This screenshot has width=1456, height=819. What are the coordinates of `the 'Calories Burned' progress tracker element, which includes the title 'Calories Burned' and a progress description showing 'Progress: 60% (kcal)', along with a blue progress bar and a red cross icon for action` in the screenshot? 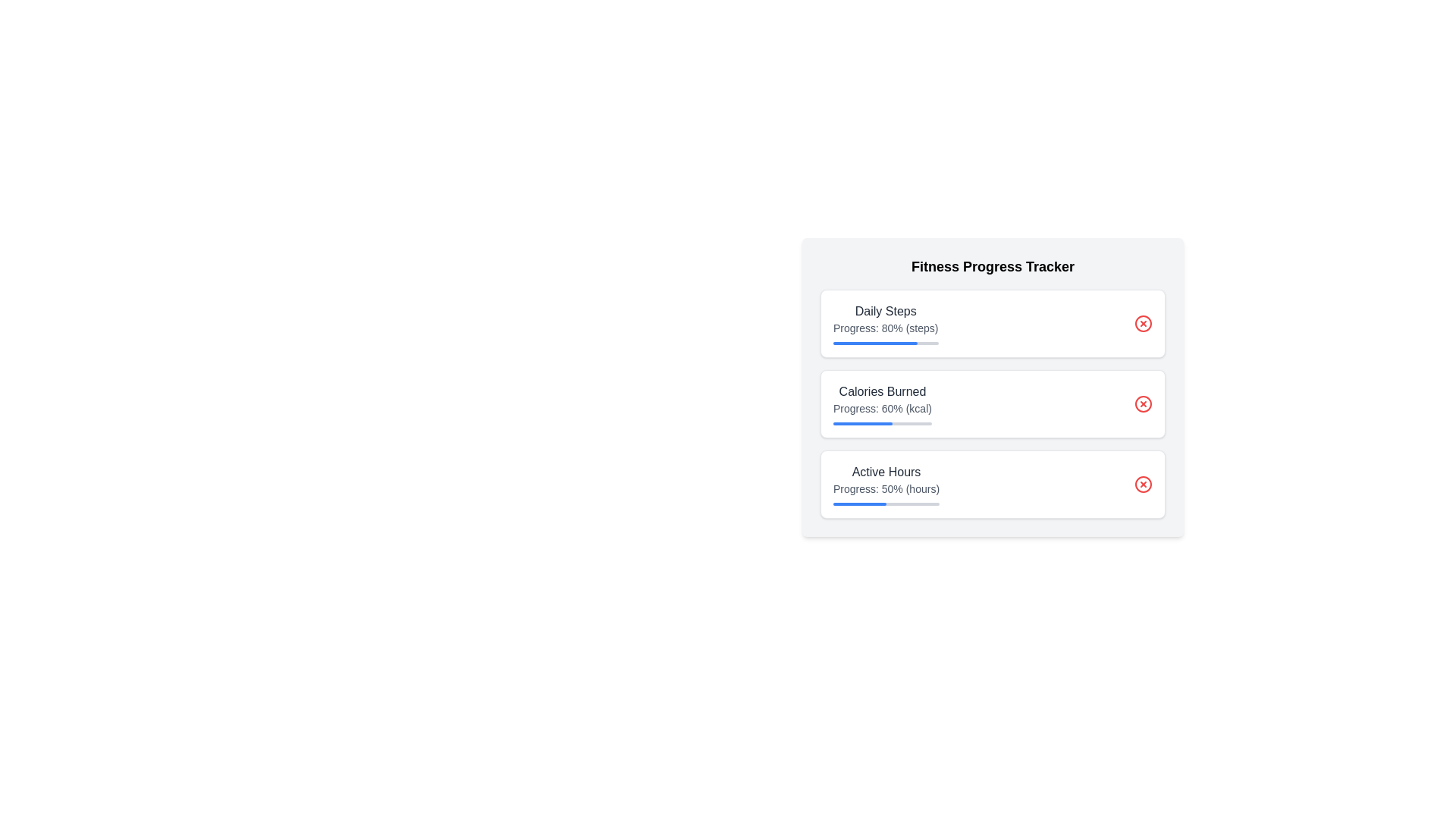 It's located at (993, 403).